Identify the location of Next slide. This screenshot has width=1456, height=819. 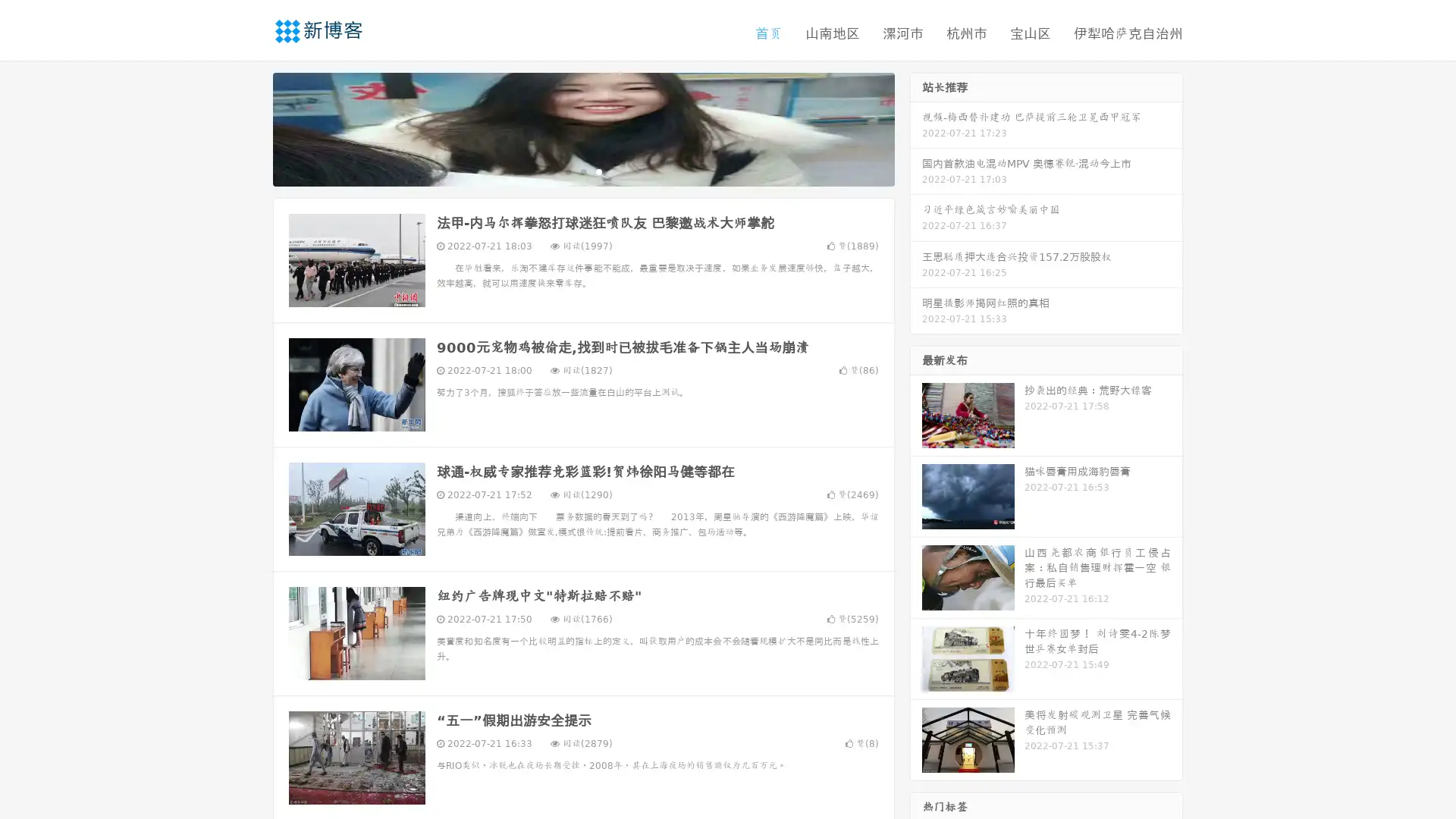
(916, 127).